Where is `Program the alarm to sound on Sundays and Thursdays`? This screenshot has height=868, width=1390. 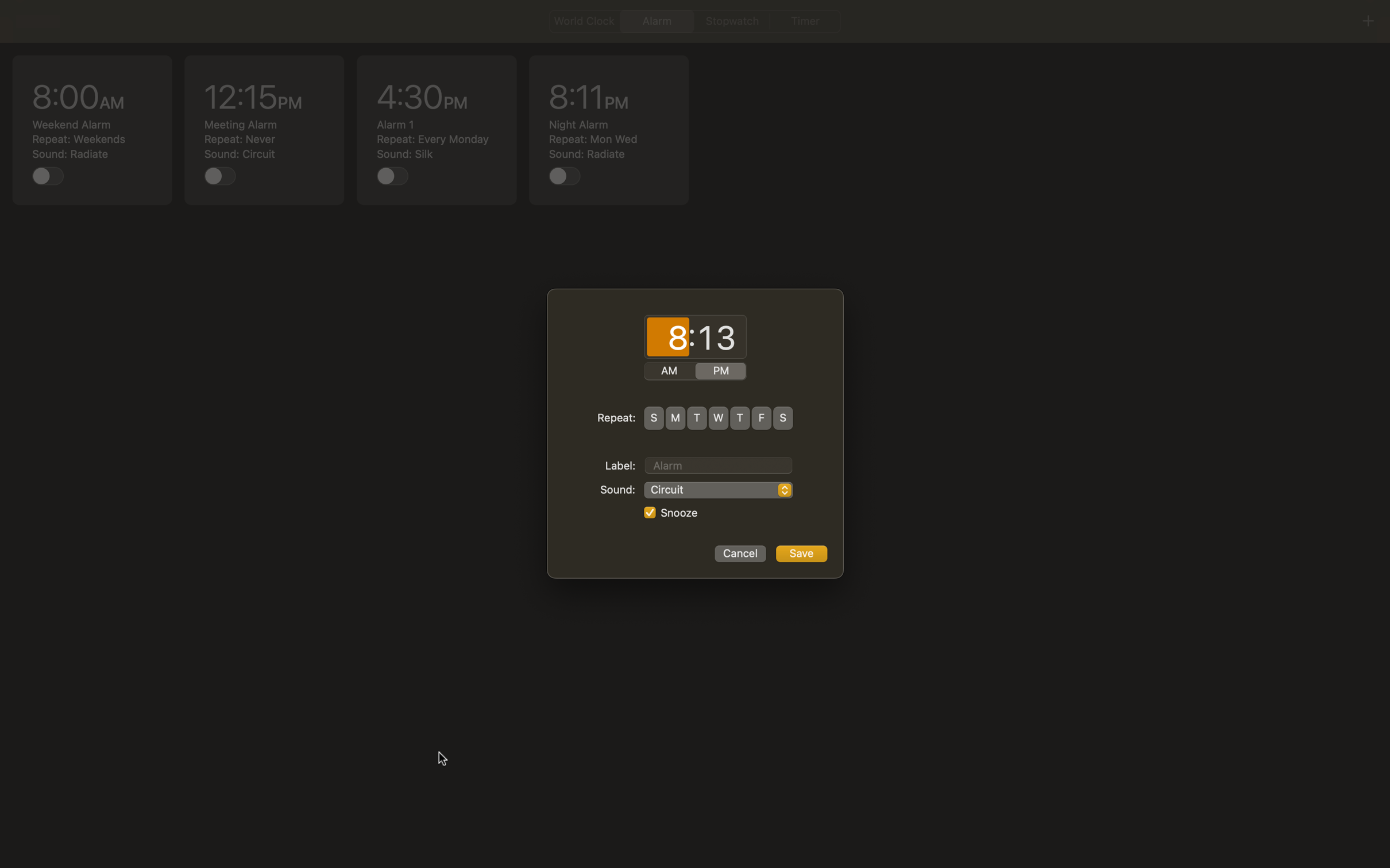 Program the alarm to sound on Sundays and Thursdays is located at coordinates (653, 417).